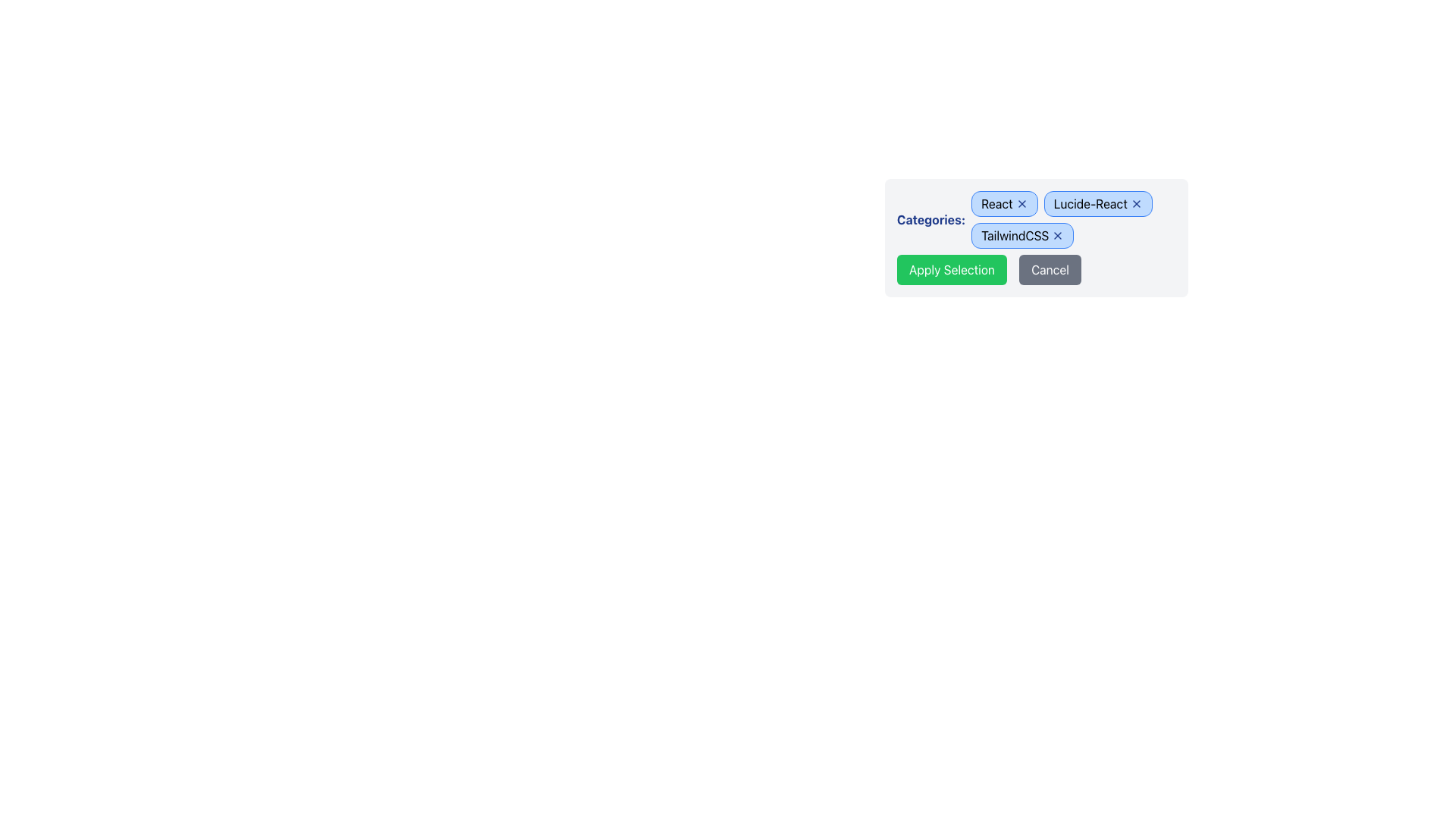  Describe the element at coordinates (1136, 203) in the screenshot. I see `the blue 'X' icon button within the 'Categories:' section` at that location.